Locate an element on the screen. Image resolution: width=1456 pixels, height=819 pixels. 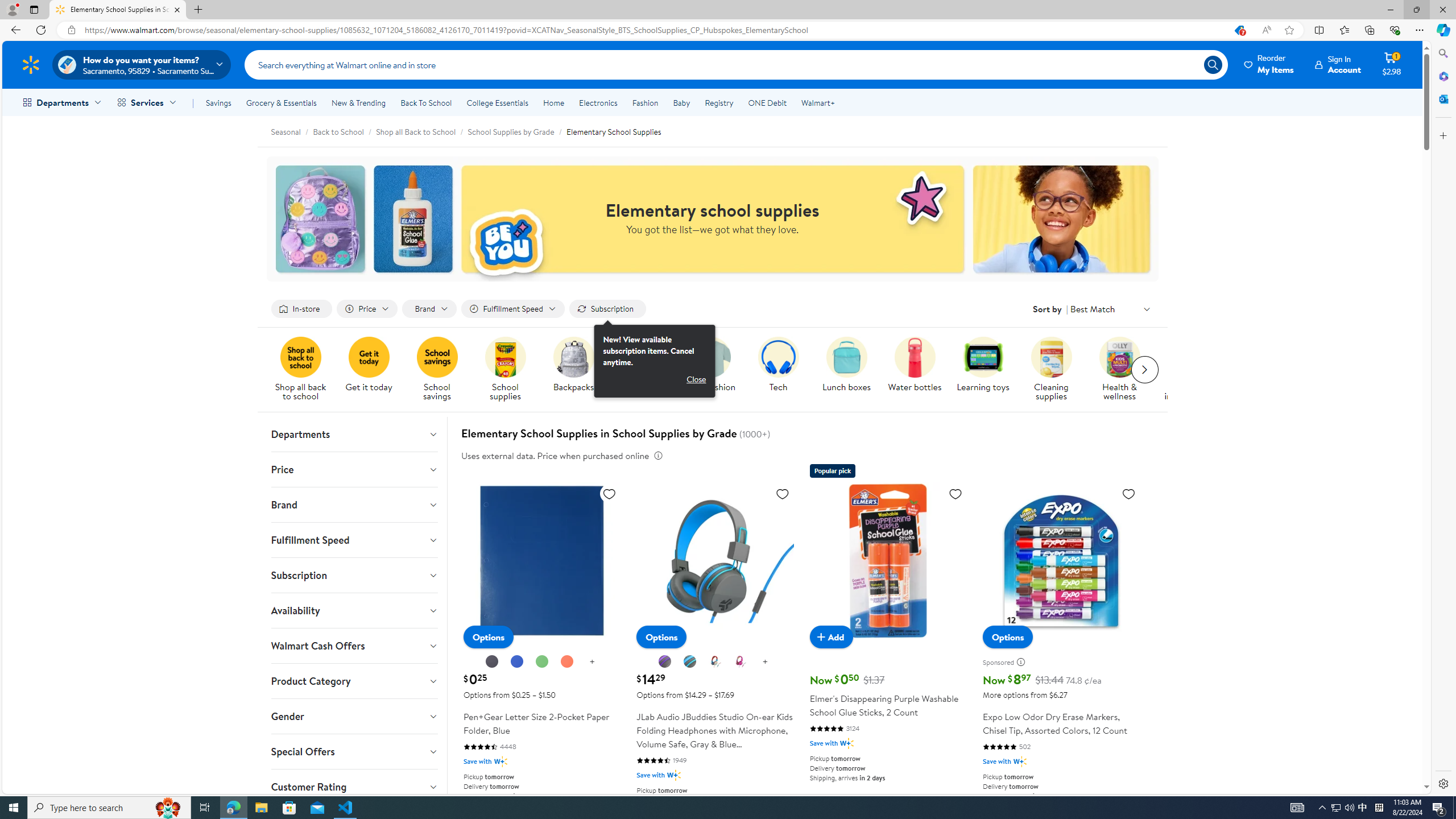
'Availability' is located at coordinates (354, 610).